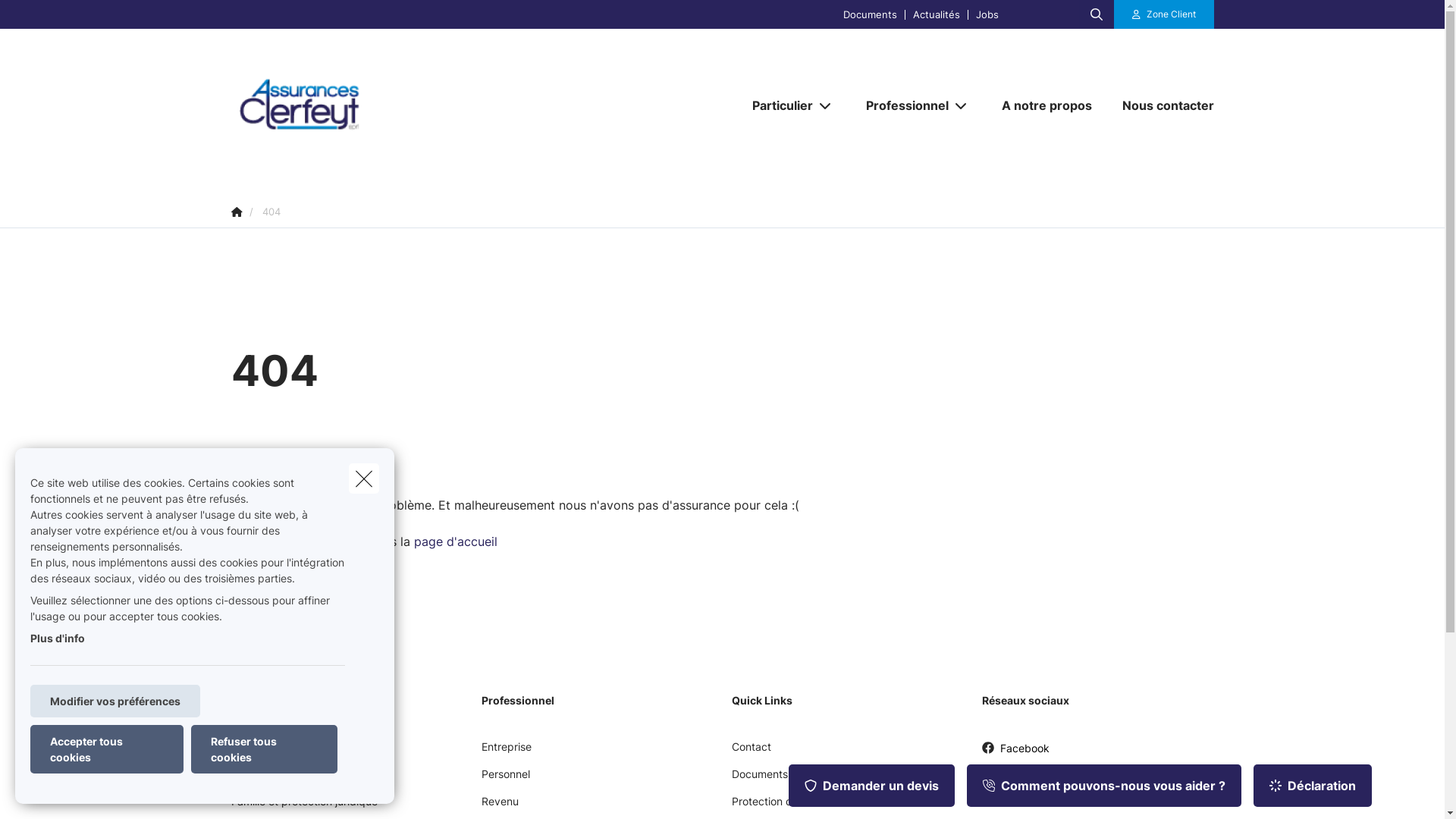  What do you see at coordinates (1163, 14) in the screenshot?
I see `'Zone Client'` at bounding box center [1163, 14].